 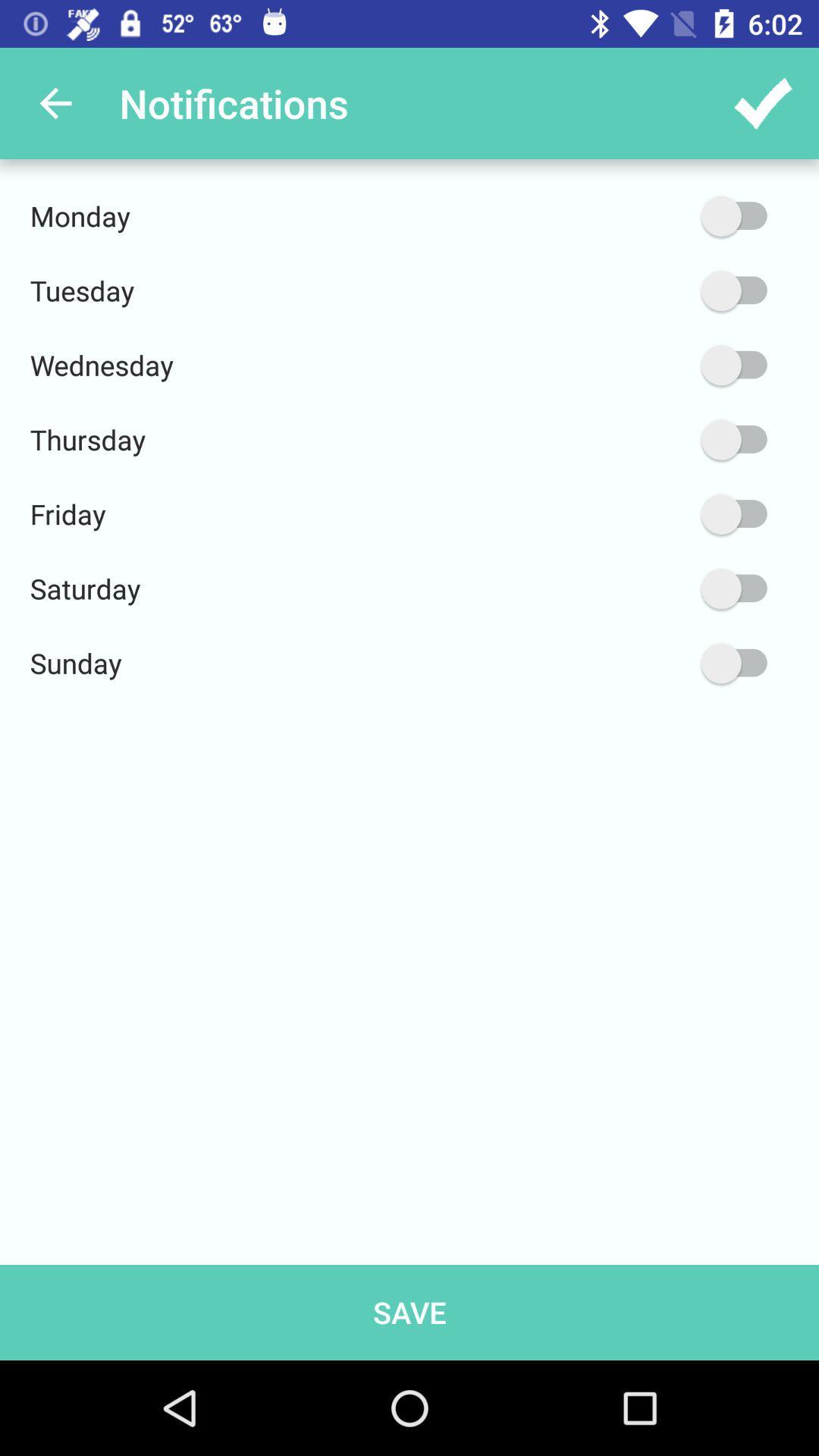 I want to click on wednesday option, so click(x=661, y=365).